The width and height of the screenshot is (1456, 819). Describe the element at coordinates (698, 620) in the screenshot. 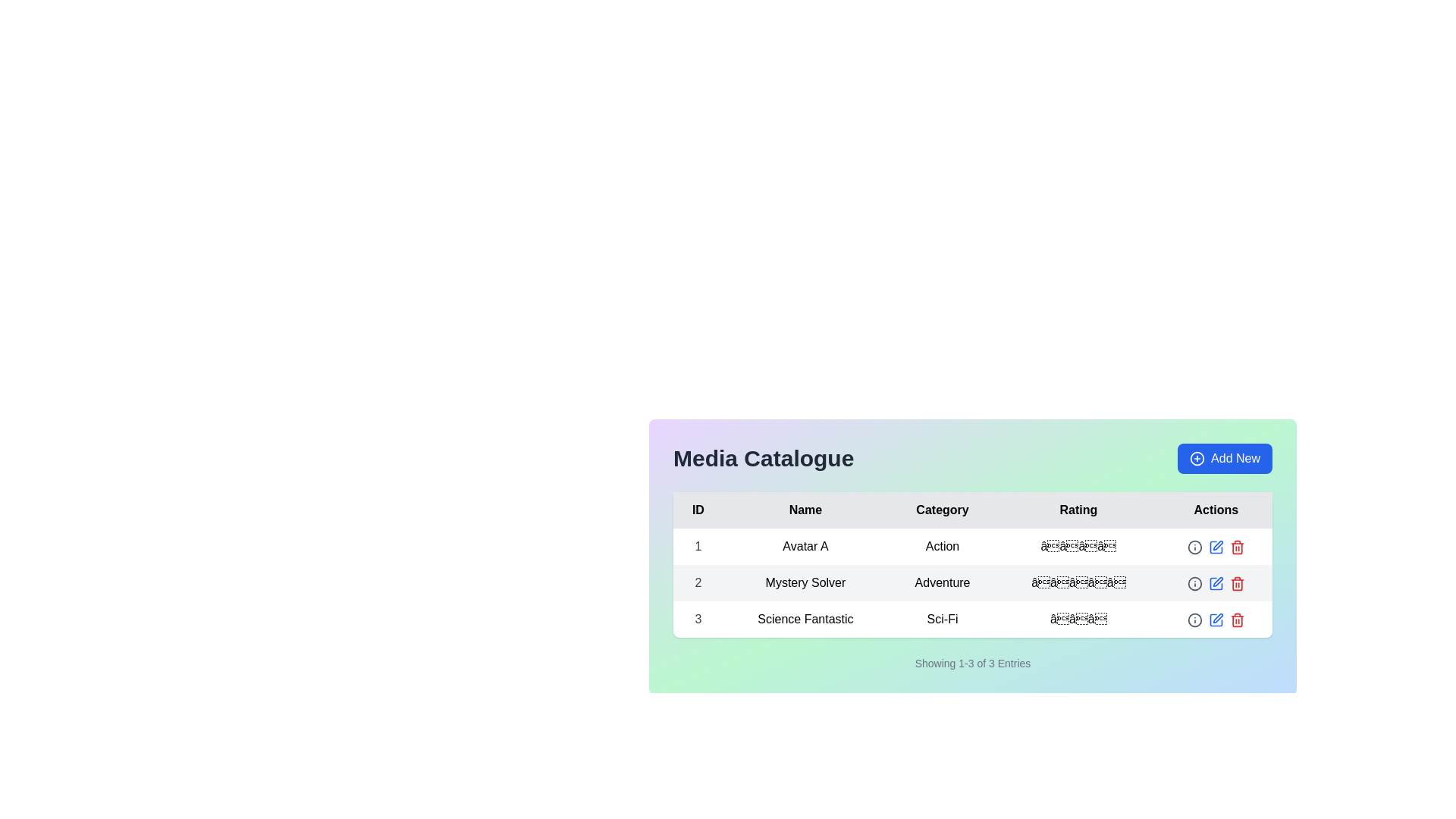

I see `the static text element displaying the numeral '3', which is styled in a bold font and located in the first cell of the third row of a table under the 'ID' column` at that location.